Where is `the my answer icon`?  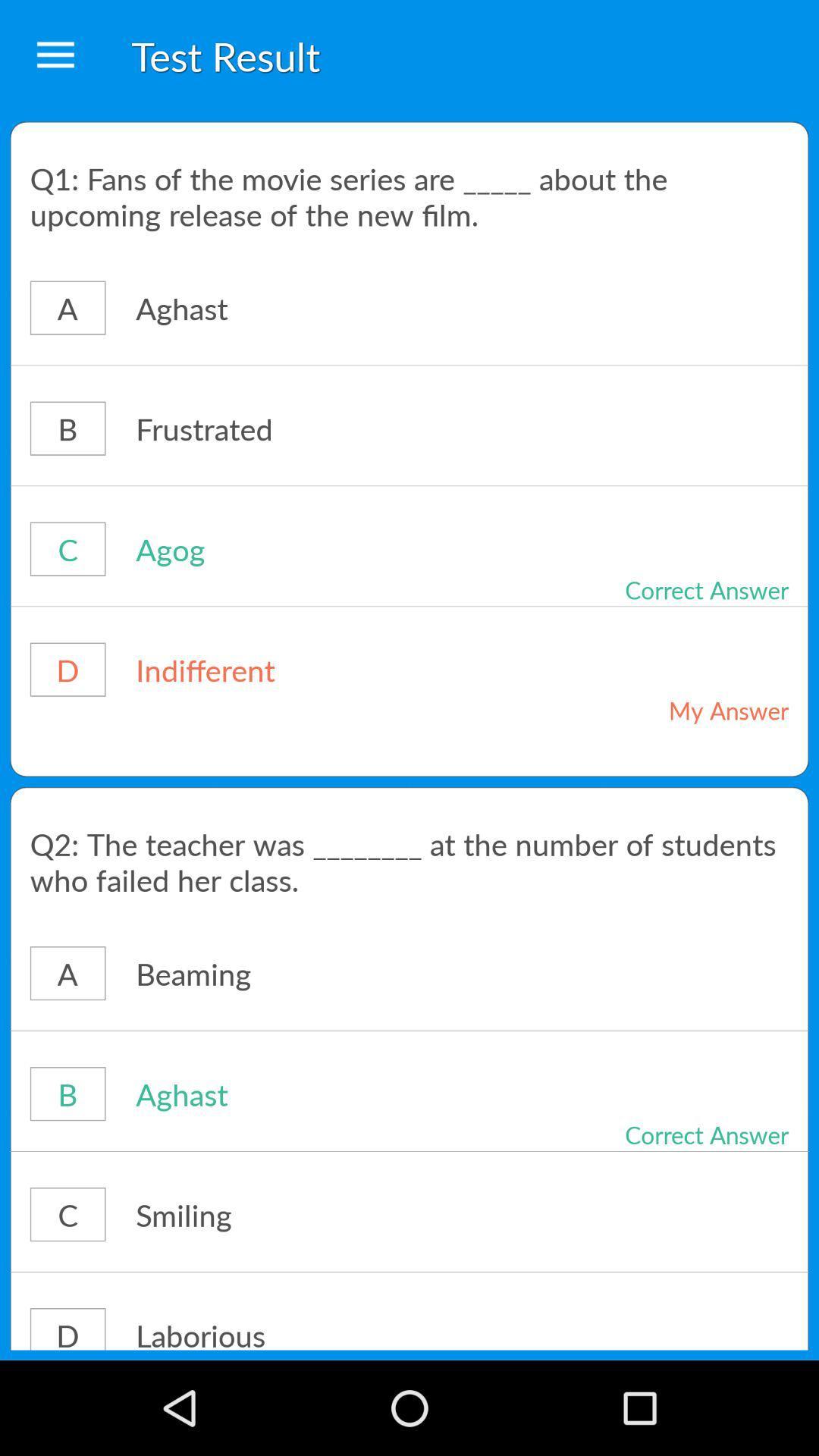 the my answer icon is located at coordinates (673, 709).